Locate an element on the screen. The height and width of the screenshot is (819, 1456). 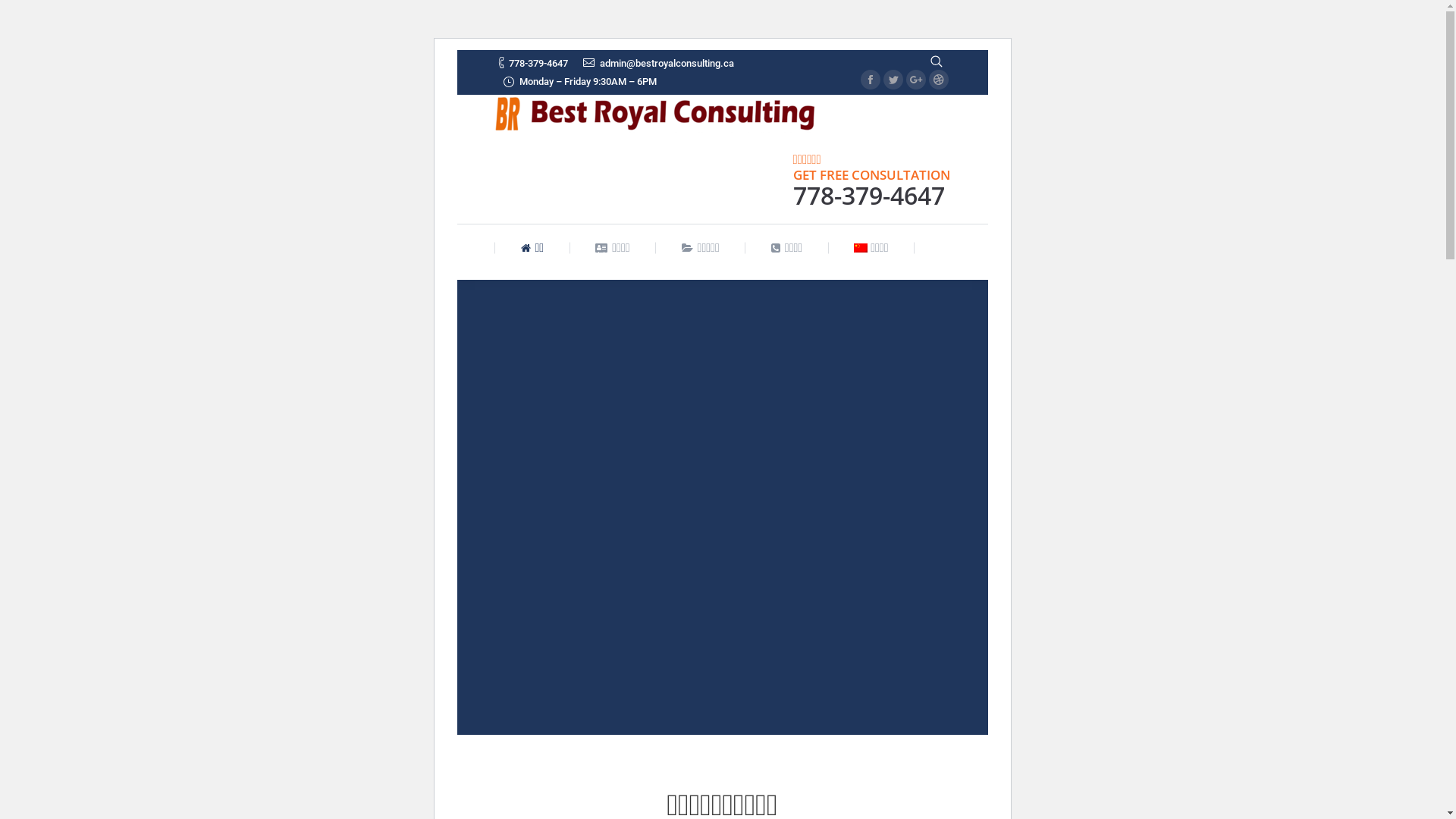
'Go!' is located at coordinates (21, 14).